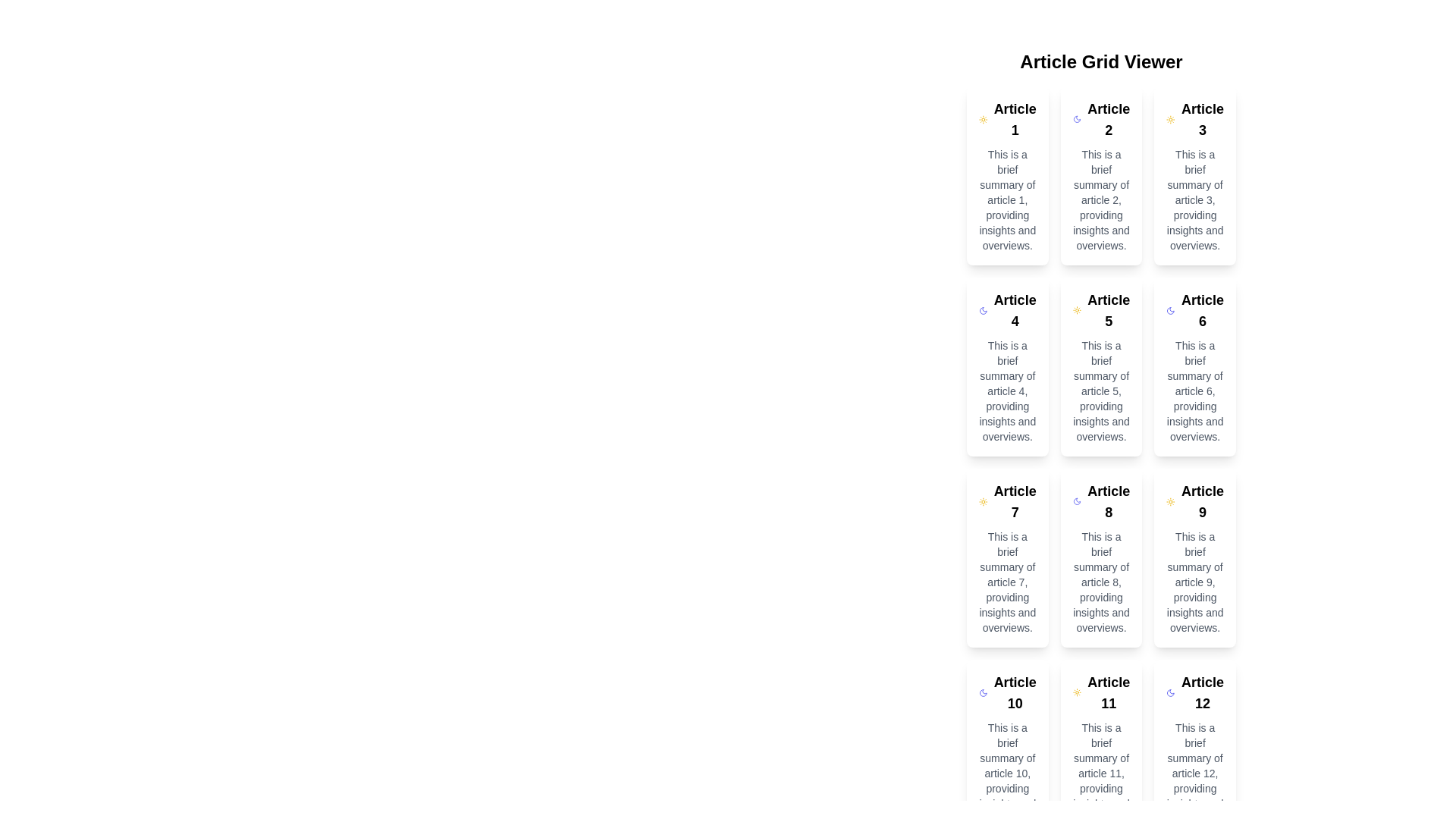  Describe the element at coordinates (1007, 309) in the screenshot. I see `displayed text of the header or title element located in the second row and first column of the article card` at that location.